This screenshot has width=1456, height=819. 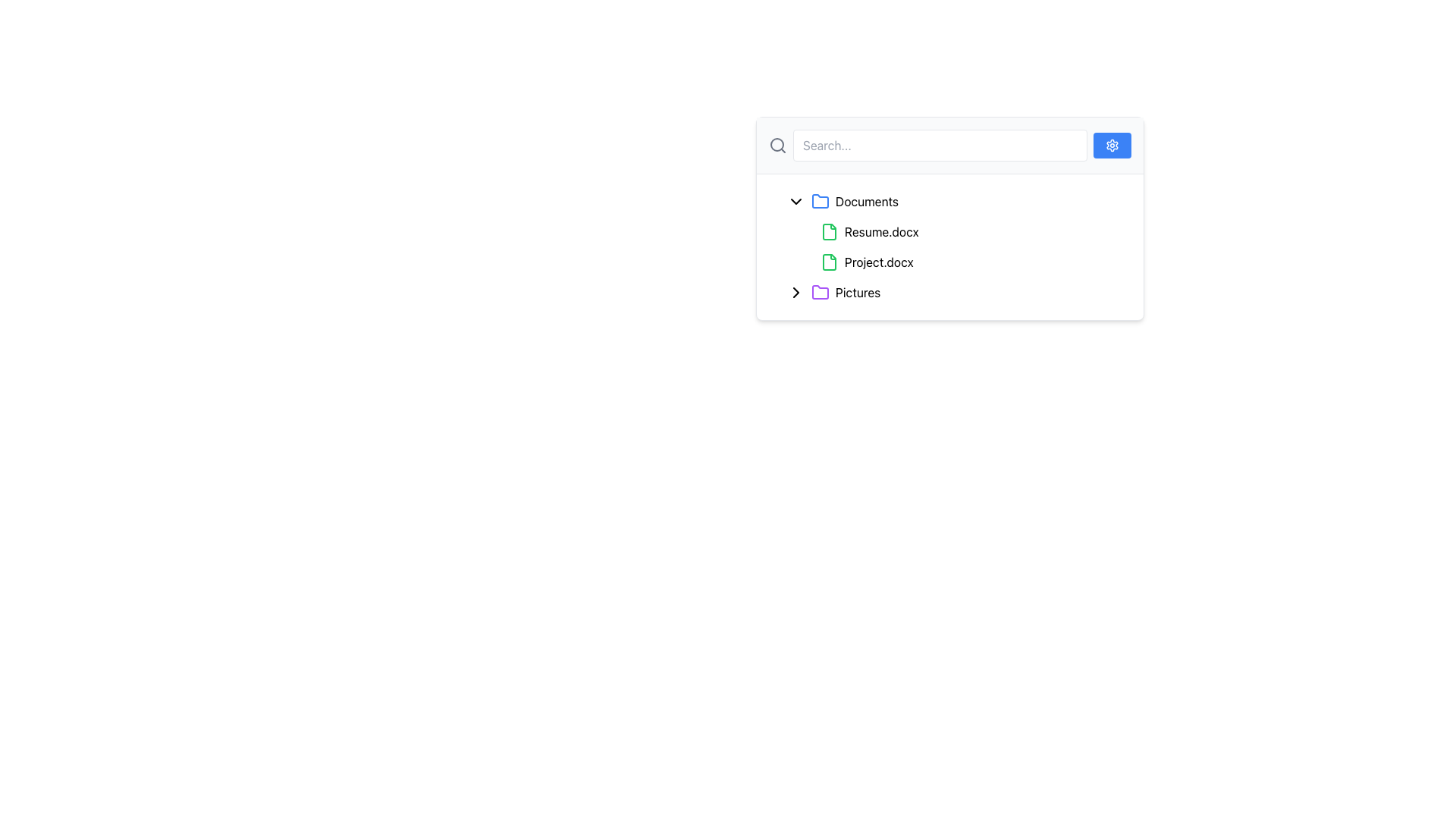 What do you see at coordinates (955, 246) in the screenshot?
I see `the filenames 'Resume.docx' and 'Project.docx' in the file explorer interface` at bounding box center [955, 246].